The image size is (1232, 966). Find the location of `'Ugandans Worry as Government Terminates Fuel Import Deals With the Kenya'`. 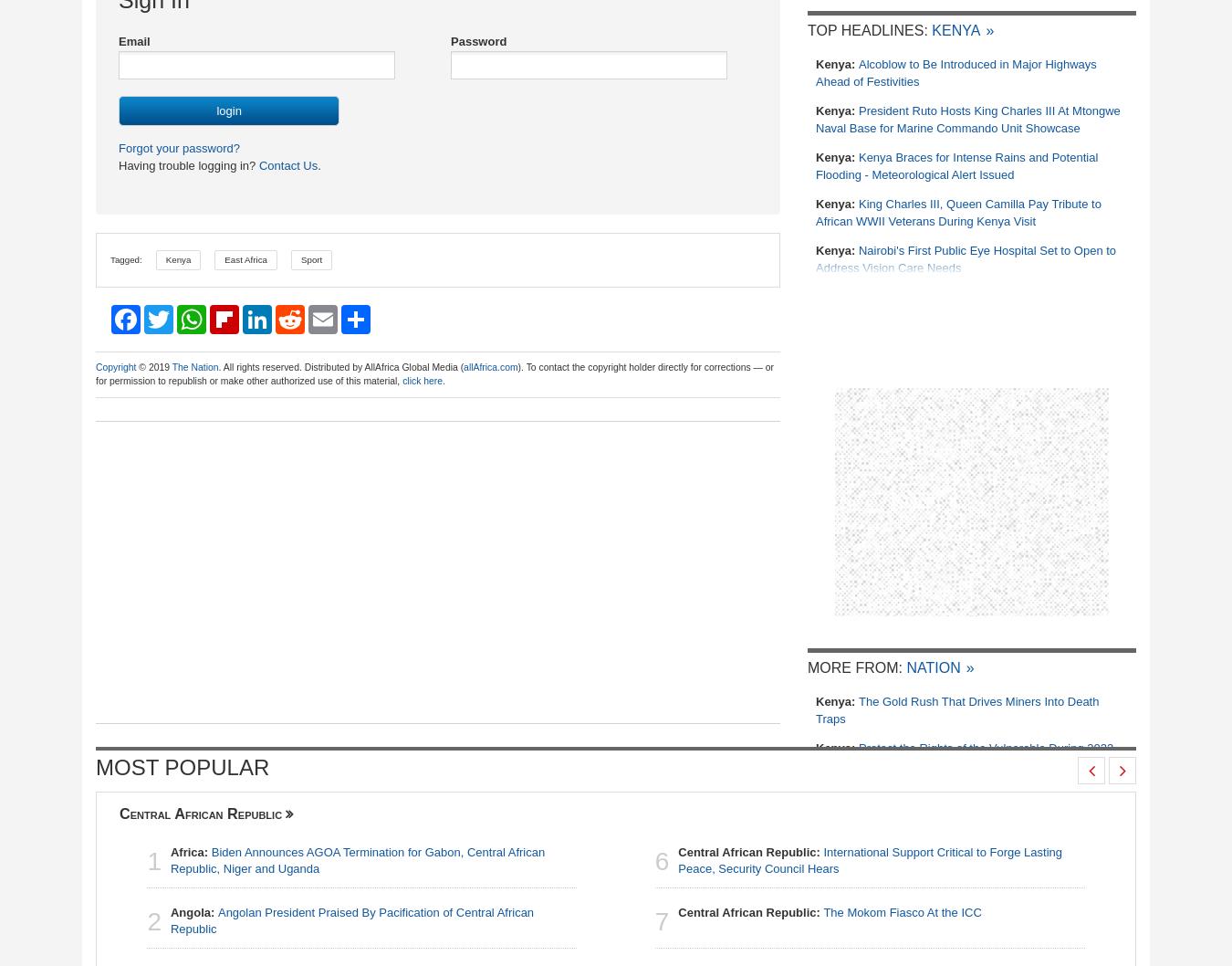

'Ugandans Worry as Government Terminates Fuel Import Deals With the Kenya' is located at coordinates (815, 707).